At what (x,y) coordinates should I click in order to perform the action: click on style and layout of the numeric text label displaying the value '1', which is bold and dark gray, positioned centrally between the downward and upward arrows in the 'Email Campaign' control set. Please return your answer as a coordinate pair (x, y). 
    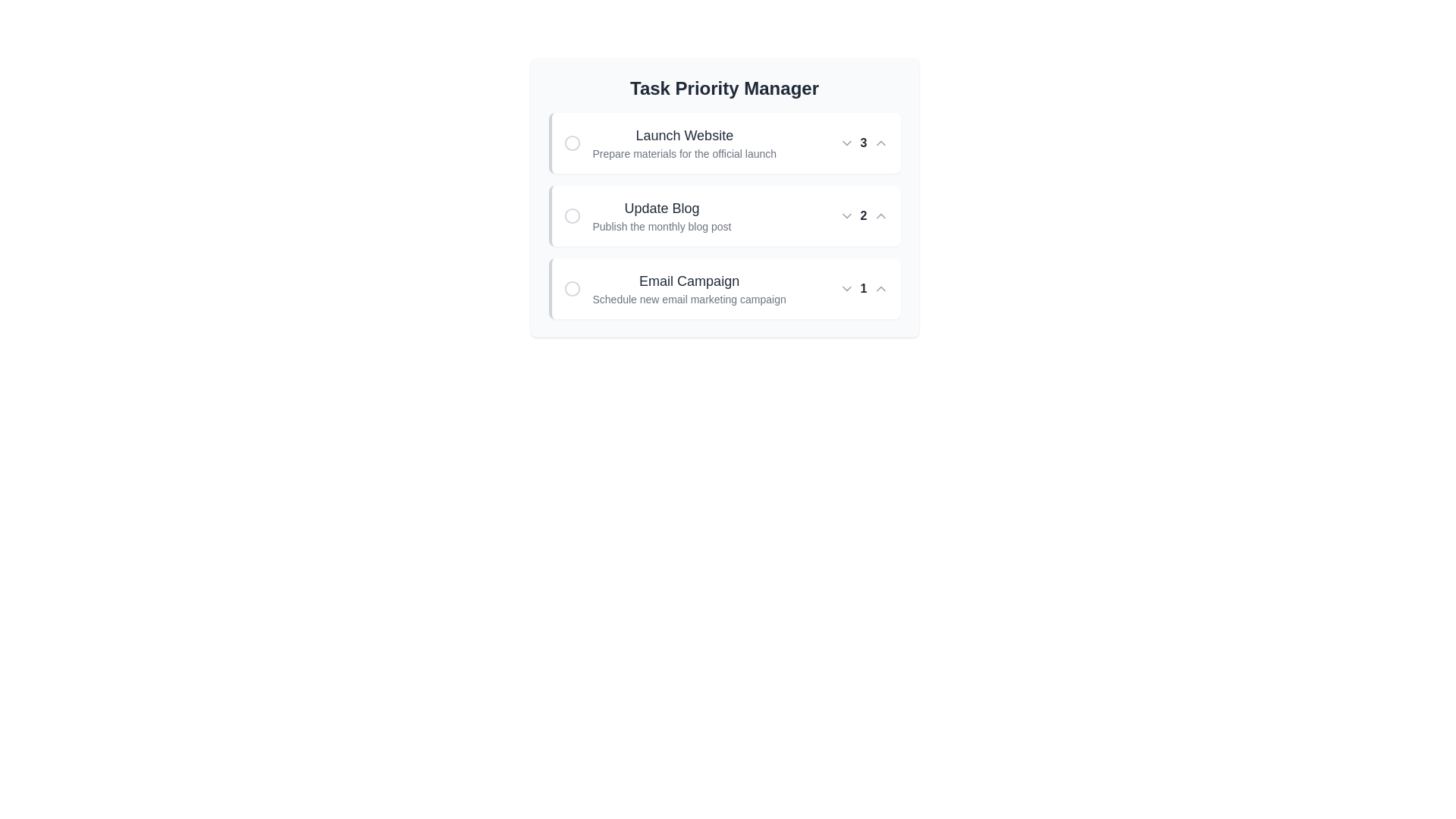
    Looking at the image, I should click on (864, 289).